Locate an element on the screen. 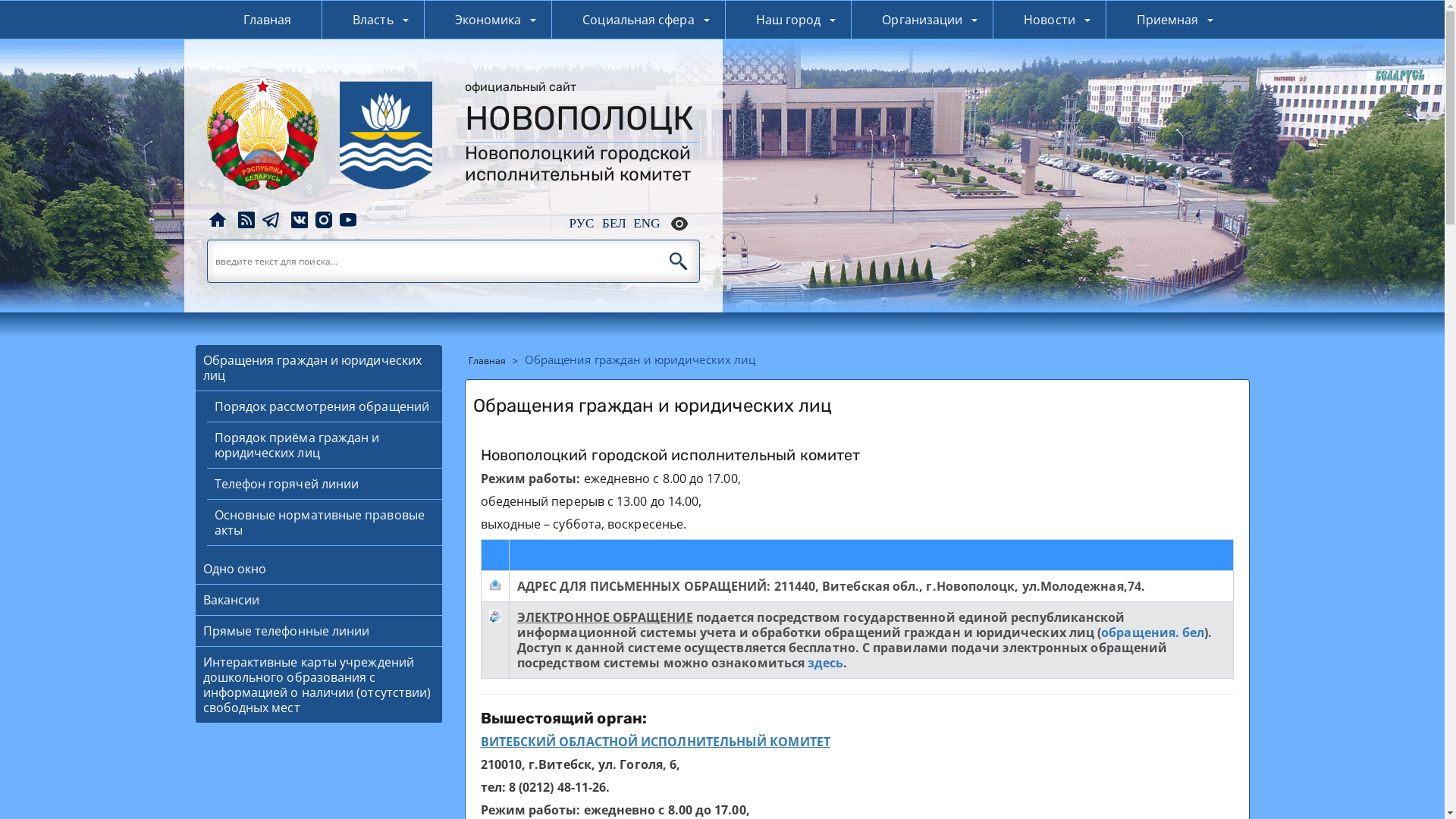 This screenshot has width=1456, height=819. 'VK' is located at coordinates (287, 218).